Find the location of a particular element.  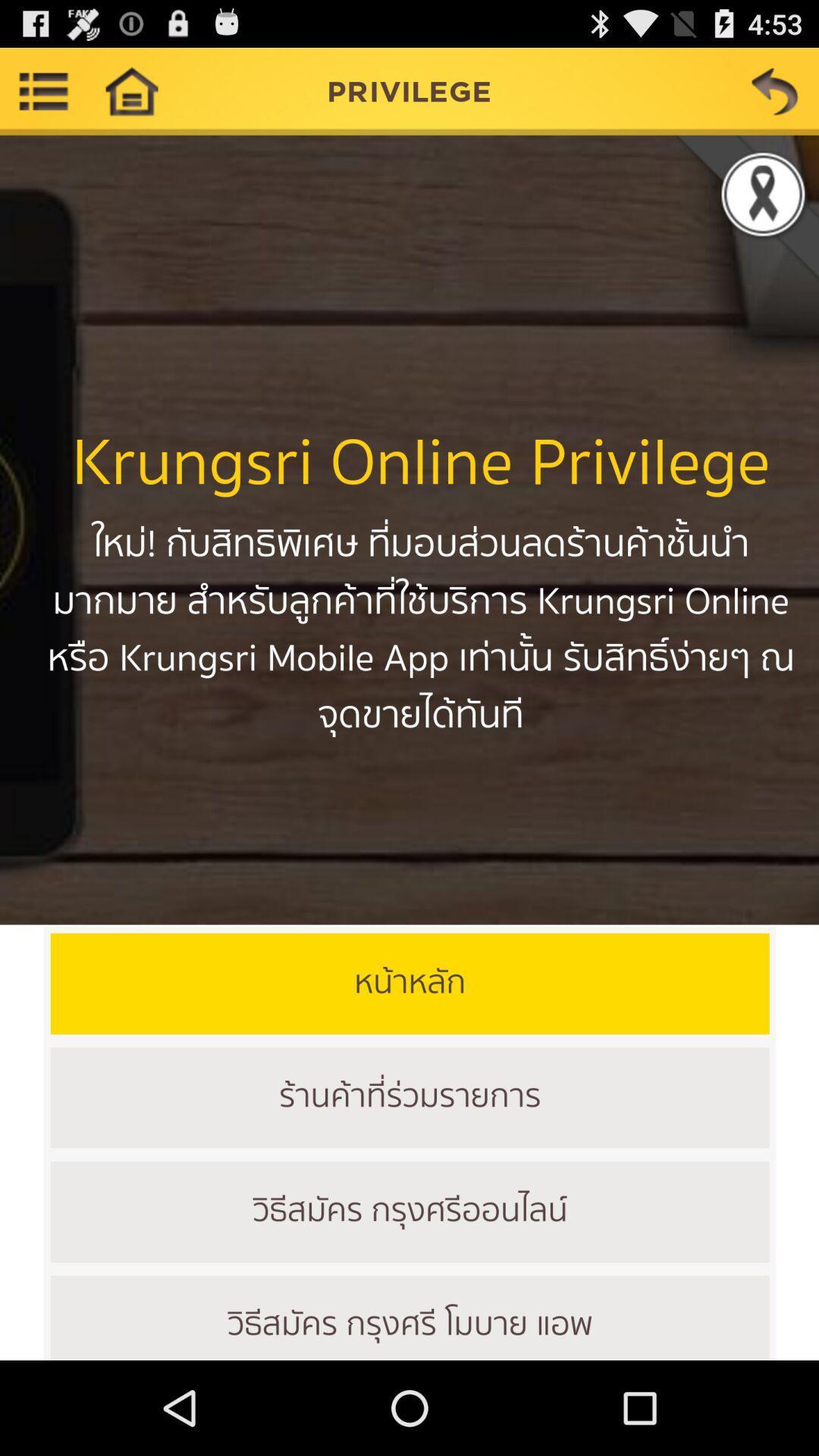

the home icon is located at coordinates (130, 97).